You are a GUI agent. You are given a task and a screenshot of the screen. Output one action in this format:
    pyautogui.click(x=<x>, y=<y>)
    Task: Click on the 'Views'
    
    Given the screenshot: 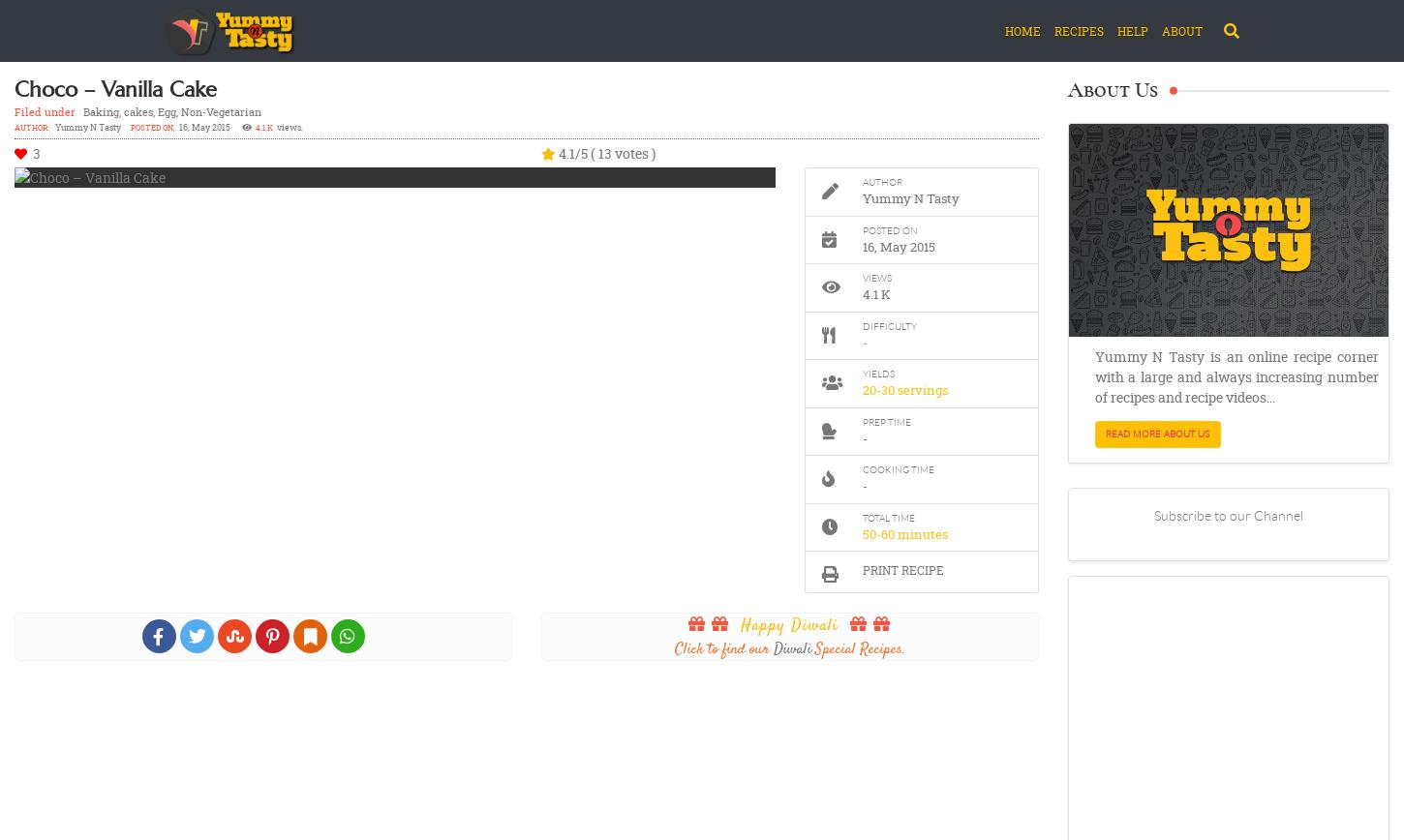 What is the action you would take?
    pyautogui.click(x=874, y=278)
    